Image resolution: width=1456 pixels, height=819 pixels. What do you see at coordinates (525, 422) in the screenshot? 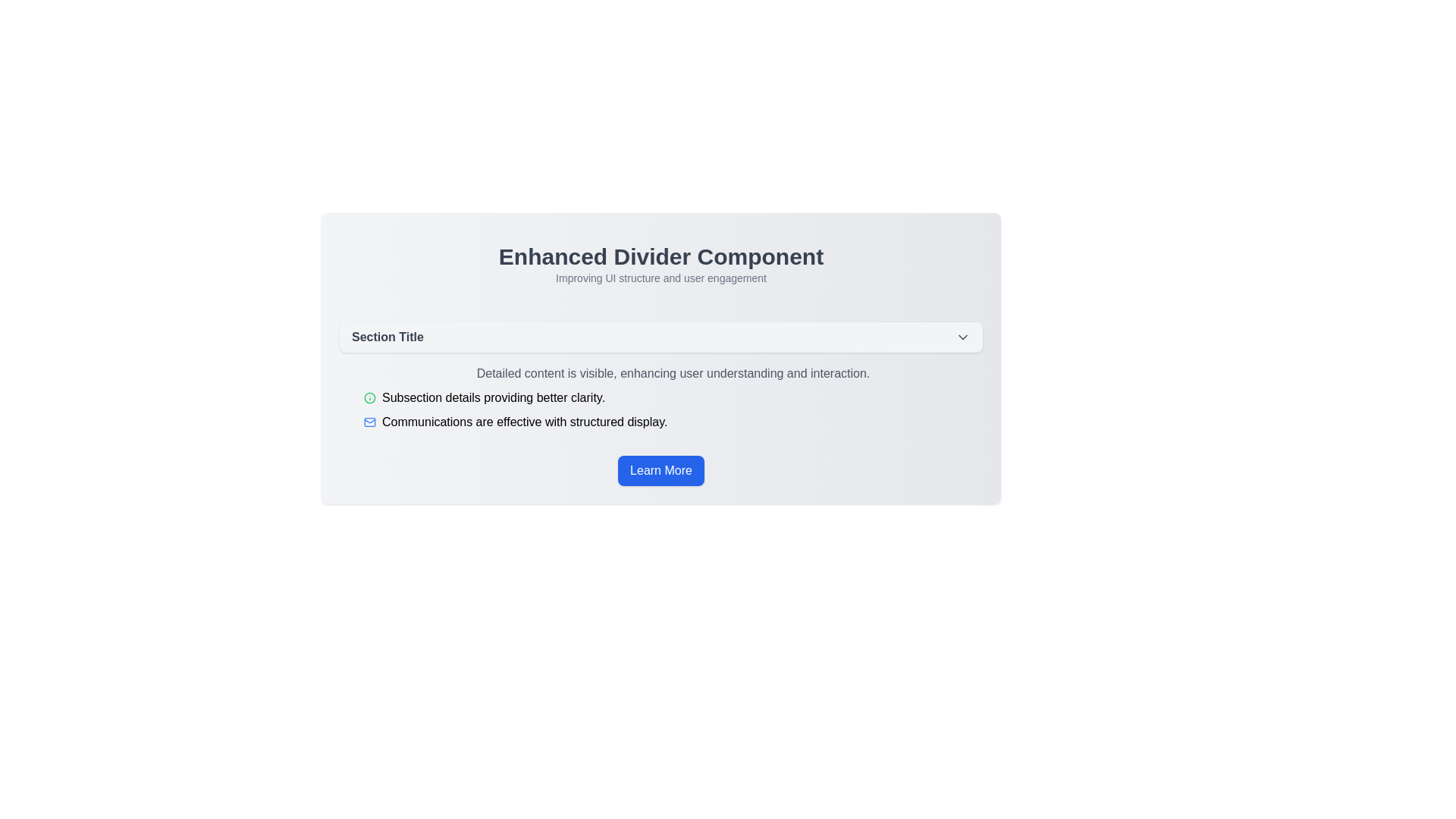
I see `the static text element displaying 'Communications are effective with structured display.' which is the second entry in a vertical list` at bounding box center [525, 422].